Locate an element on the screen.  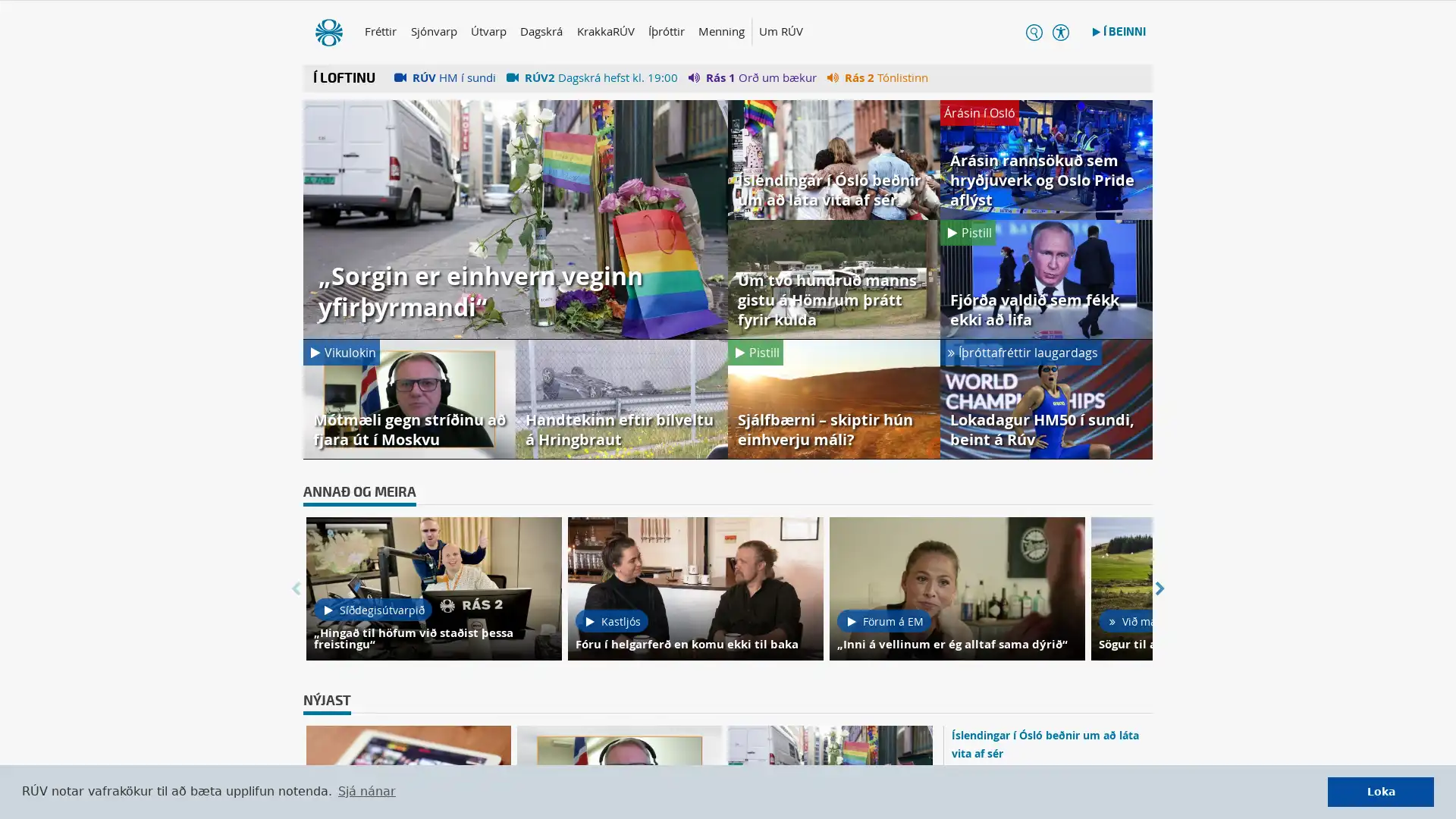
Next is located at coordinates (1159, 590).